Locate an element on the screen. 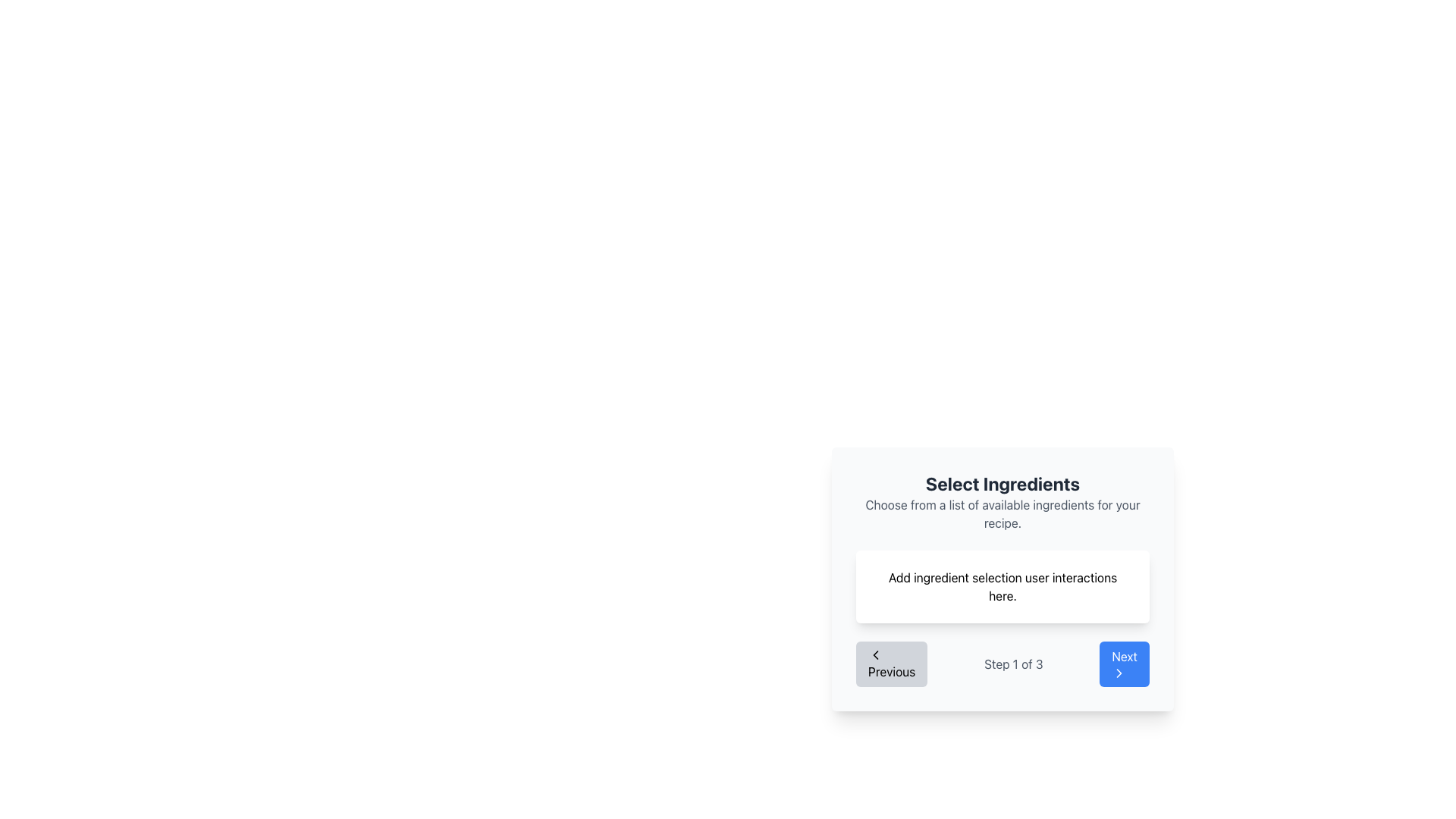 Image resolution: width=1456 pixels, height=819 pixels. the 'Previous' button, which is a rectangular button with rounded corners and a gray background, located on the left side of the pagination interface is located at coordinates (892, 663).